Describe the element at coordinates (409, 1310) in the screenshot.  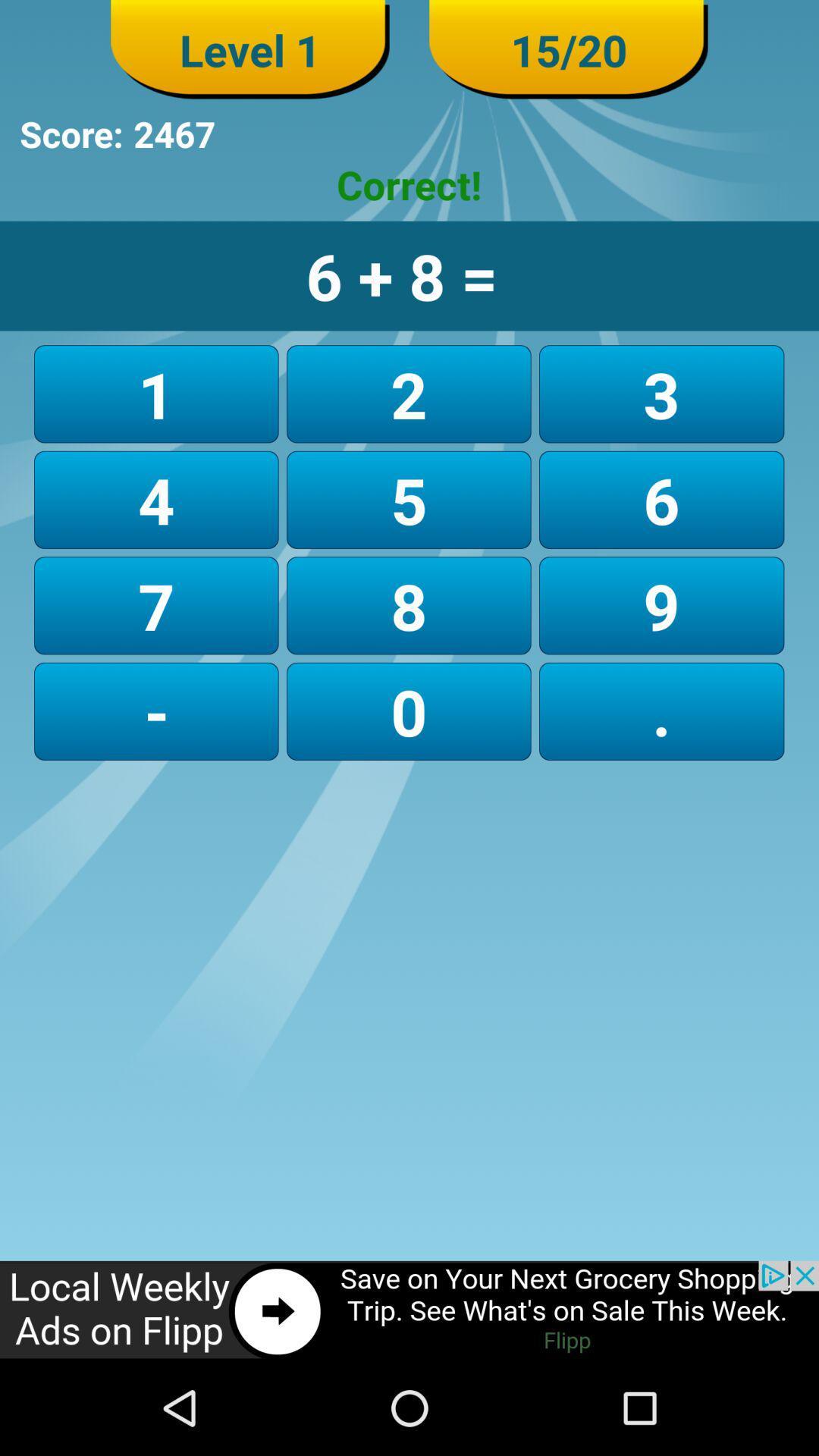
I see `item below - item` at that location.